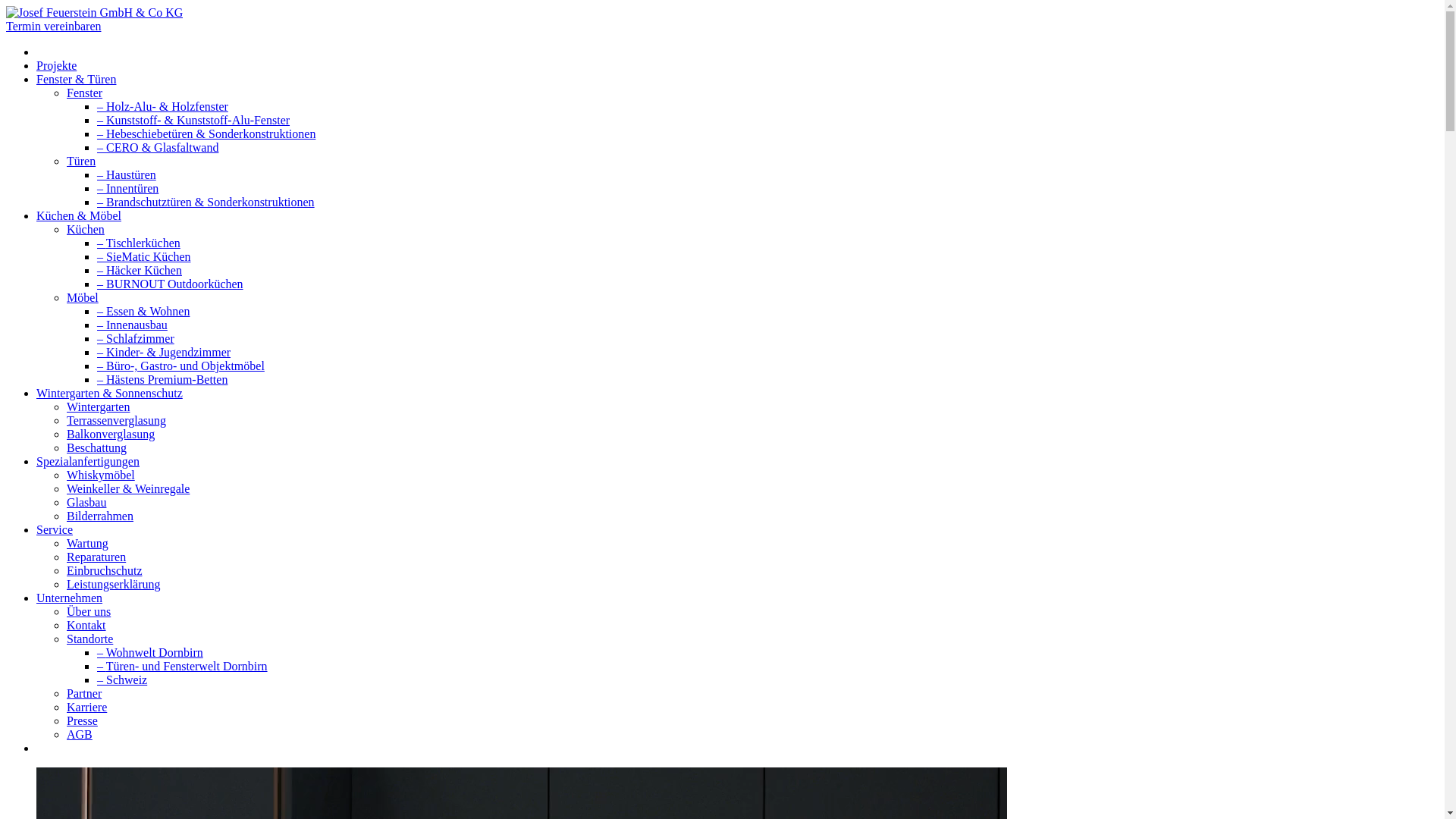  Describe the element at coordinates (65, 502) in the screenshot. I see `'Glasbau'` at that location.